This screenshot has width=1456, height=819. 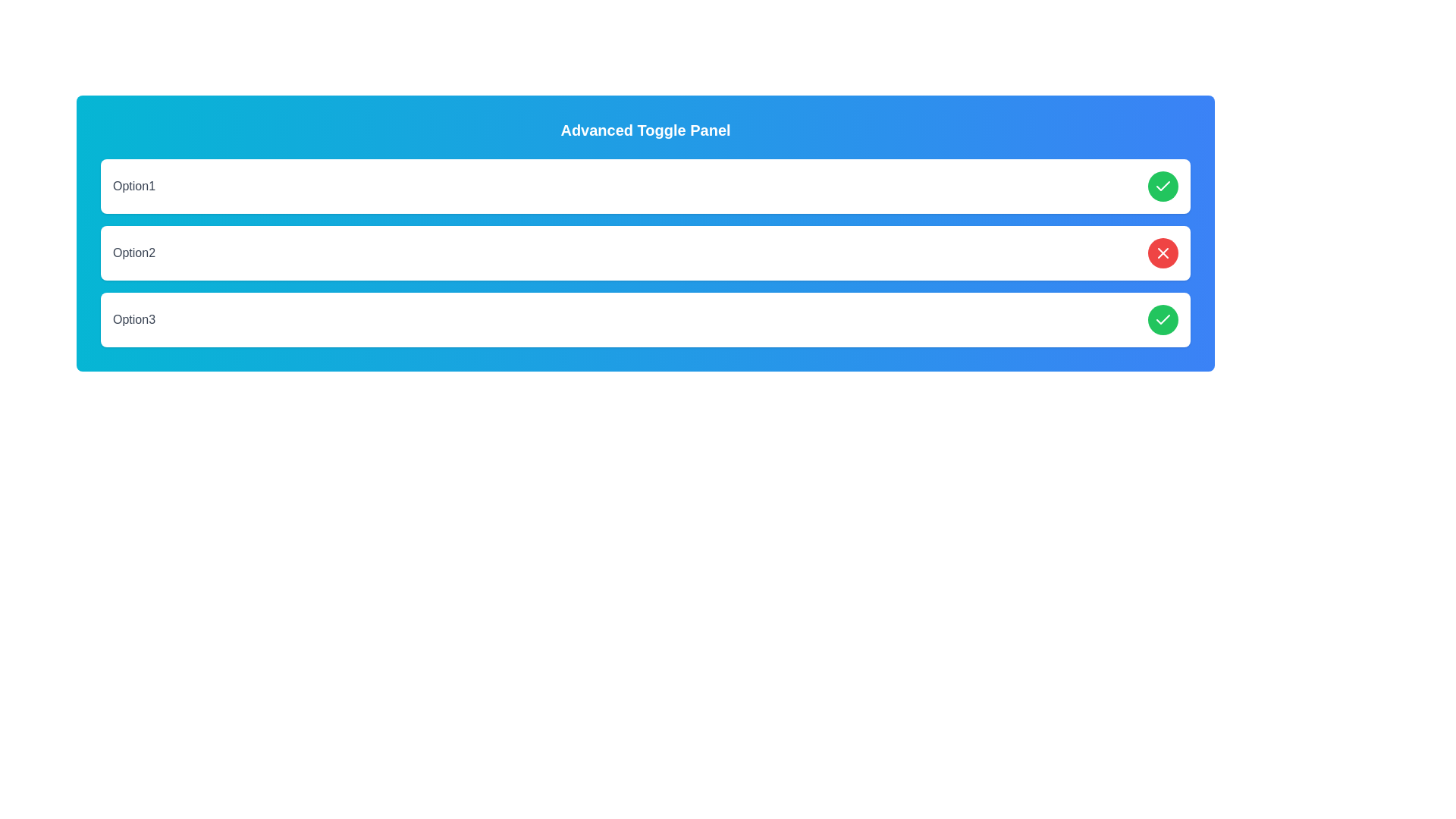 What do you see at coordinates (645, 130) in the screenshot?
I see `the title of the panel to highlight it` at bounding box center [645, 130].